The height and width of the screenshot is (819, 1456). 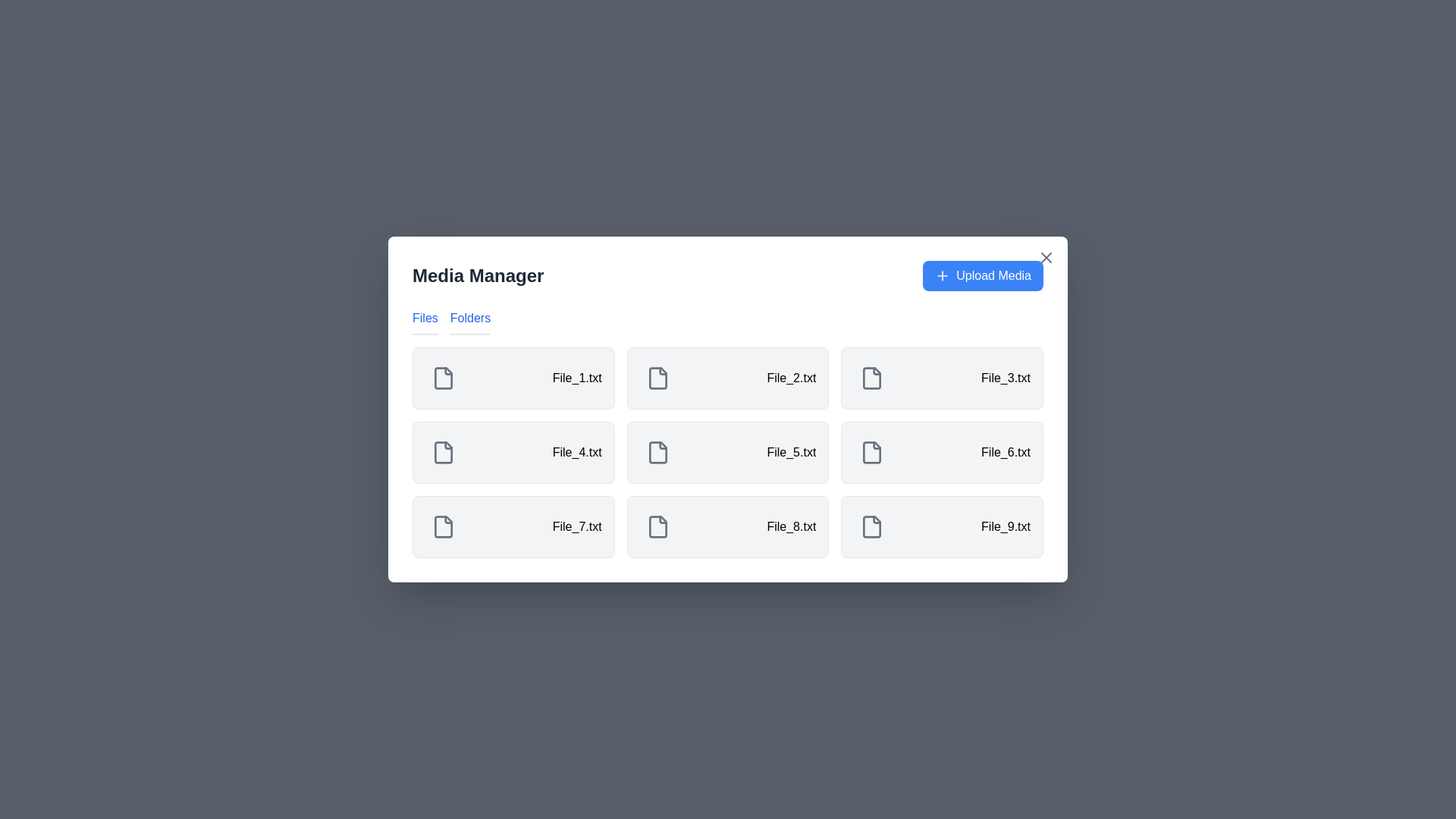 What do you see at coordinates (1046, 256) in the screenshot?
I see `the interactive button with an 'X' icon located in the top-right corner of the 'Media Manager' panel to trigger the color change effect` at bounding box center [1046, 256].